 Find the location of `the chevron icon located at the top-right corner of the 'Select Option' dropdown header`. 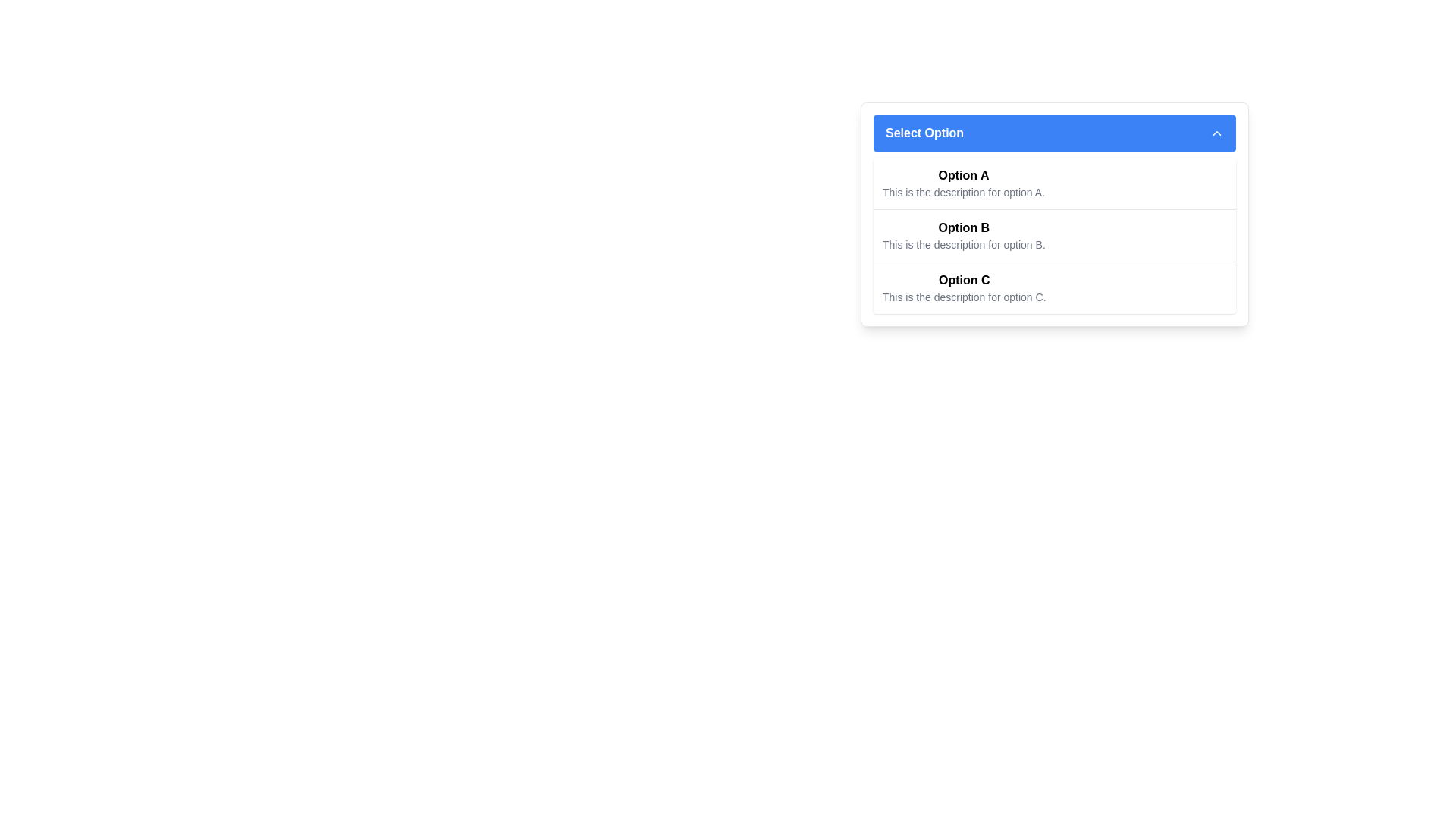

the chevron icon located at the top-right corner of the 'Select Option' dropdown header is located at coordinates (1216, 133).